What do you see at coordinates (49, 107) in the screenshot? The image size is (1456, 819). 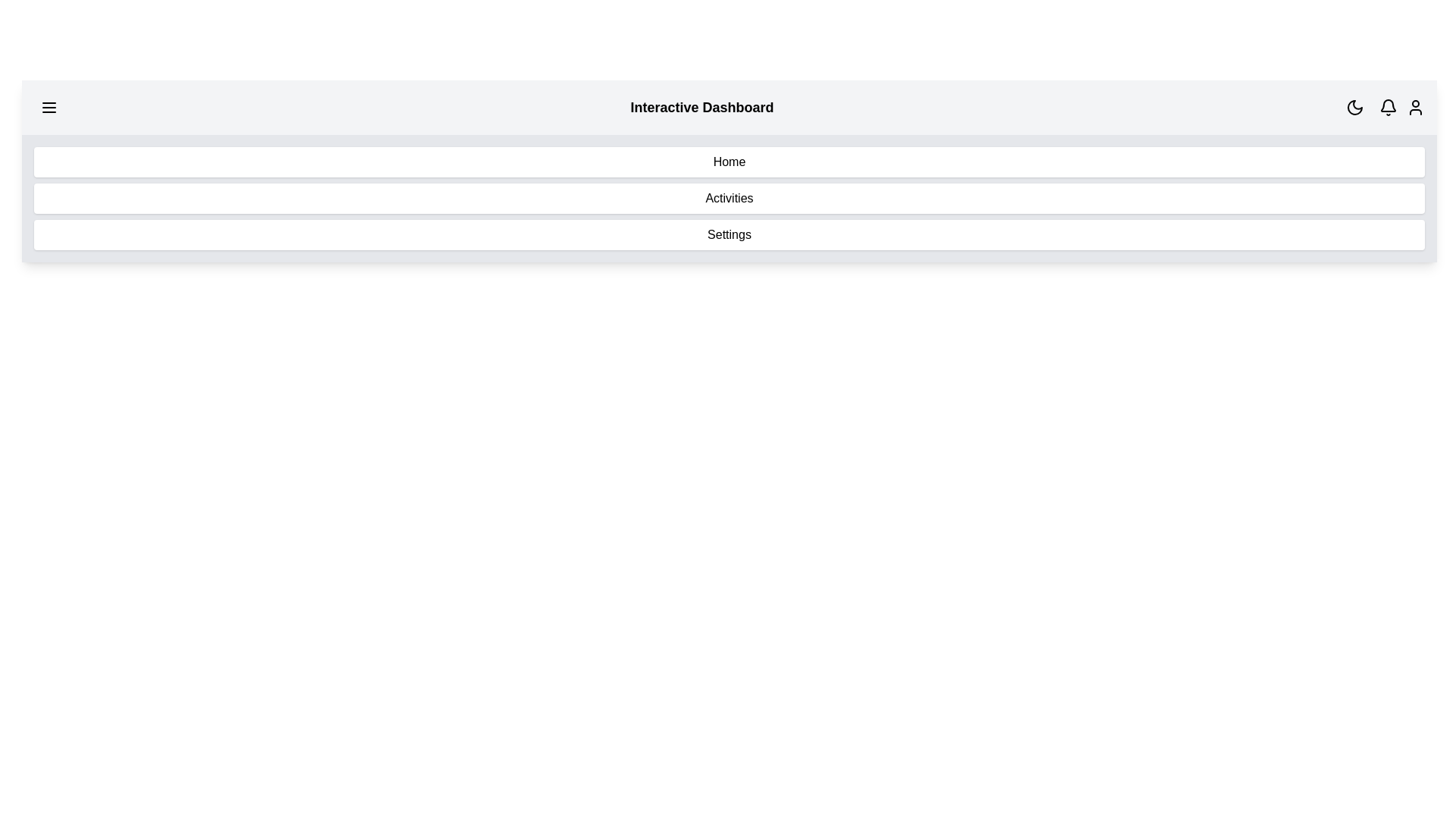 I see `the menu toggle button in the top-left corner of the app bar` at bounding box center [49, 107].